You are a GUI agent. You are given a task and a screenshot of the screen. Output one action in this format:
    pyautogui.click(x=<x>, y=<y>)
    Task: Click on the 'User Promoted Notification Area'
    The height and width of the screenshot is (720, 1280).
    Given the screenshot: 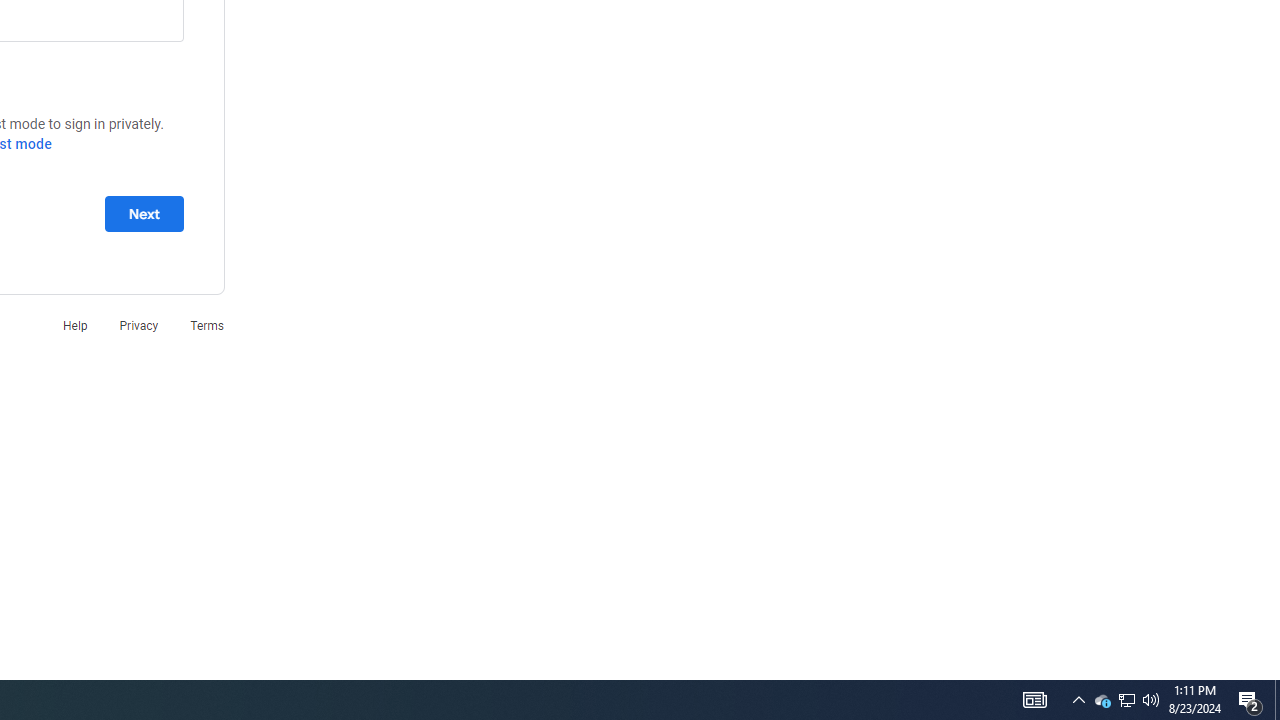 What is the action you would take?
    pyautogui.click(x=1127, y=698)
    